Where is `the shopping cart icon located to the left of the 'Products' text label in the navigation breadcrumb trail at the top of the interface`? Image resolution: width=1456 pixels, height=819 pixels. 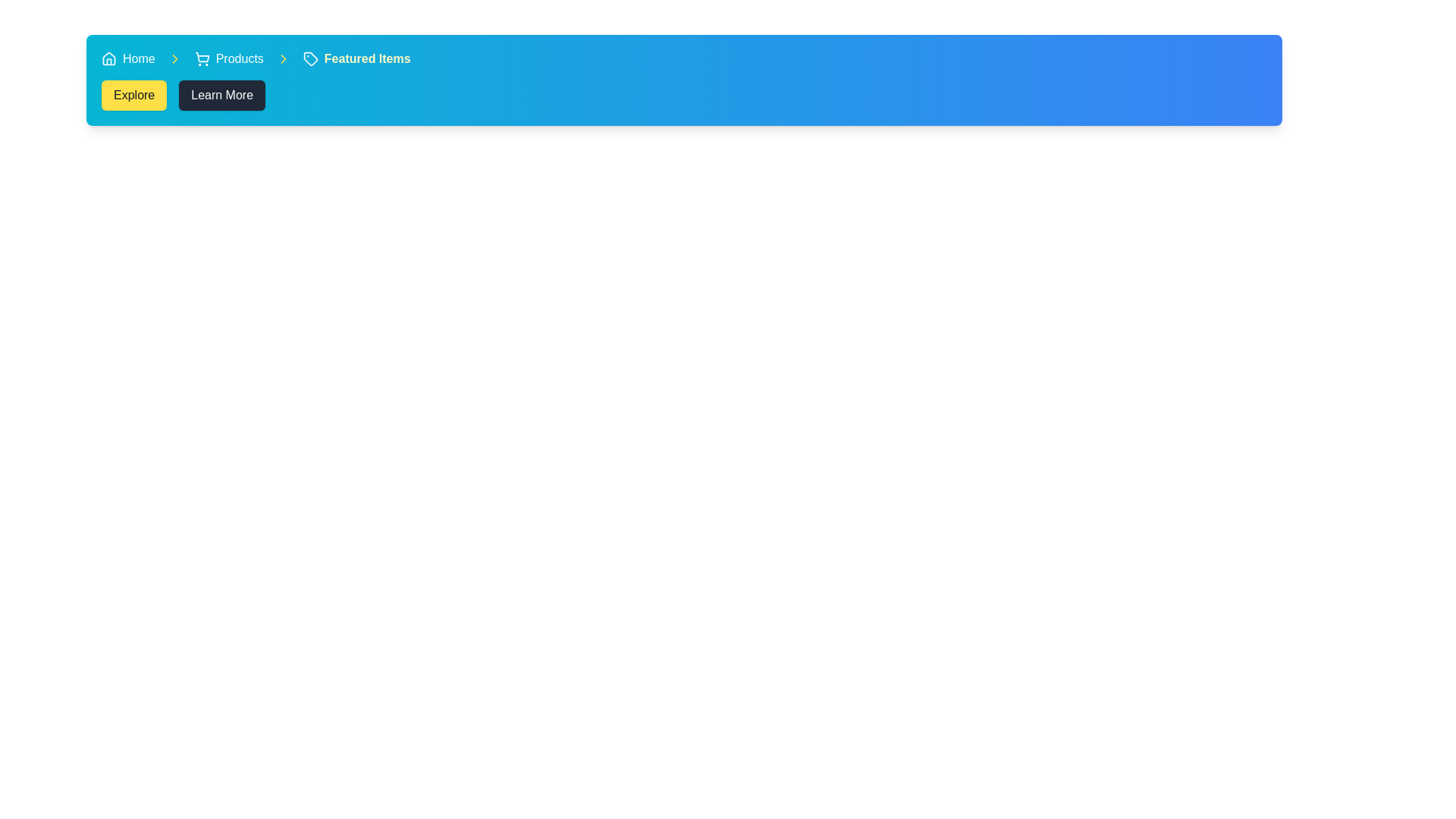
the shopping cart icon located to the left of the 'Products' text label in the navigation breadcrumb trail at the top of the interface is located at coordinates (201, 58).